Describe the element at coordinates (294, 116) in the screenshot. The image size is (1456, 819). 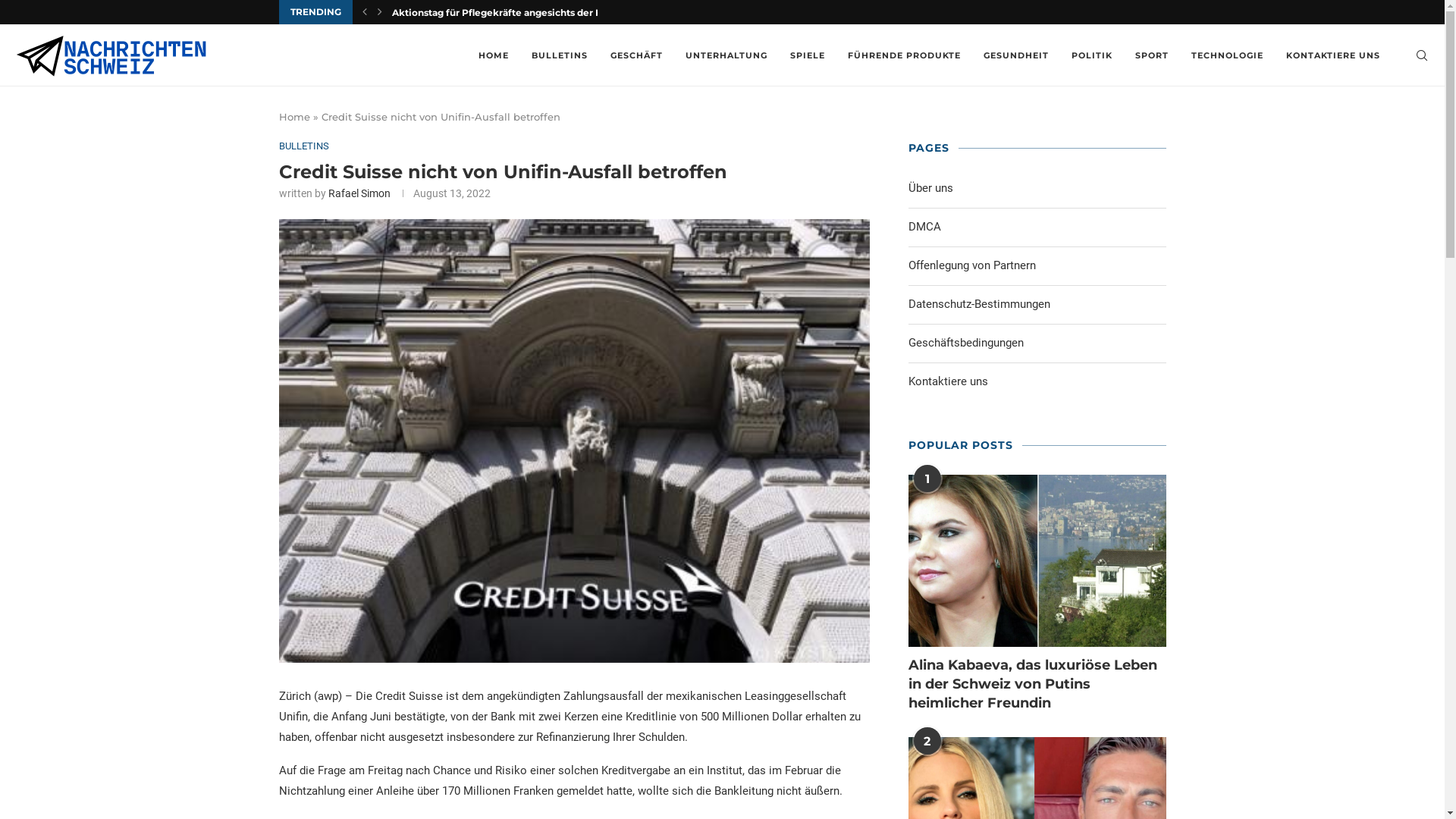
I see `'Home'` at that location.